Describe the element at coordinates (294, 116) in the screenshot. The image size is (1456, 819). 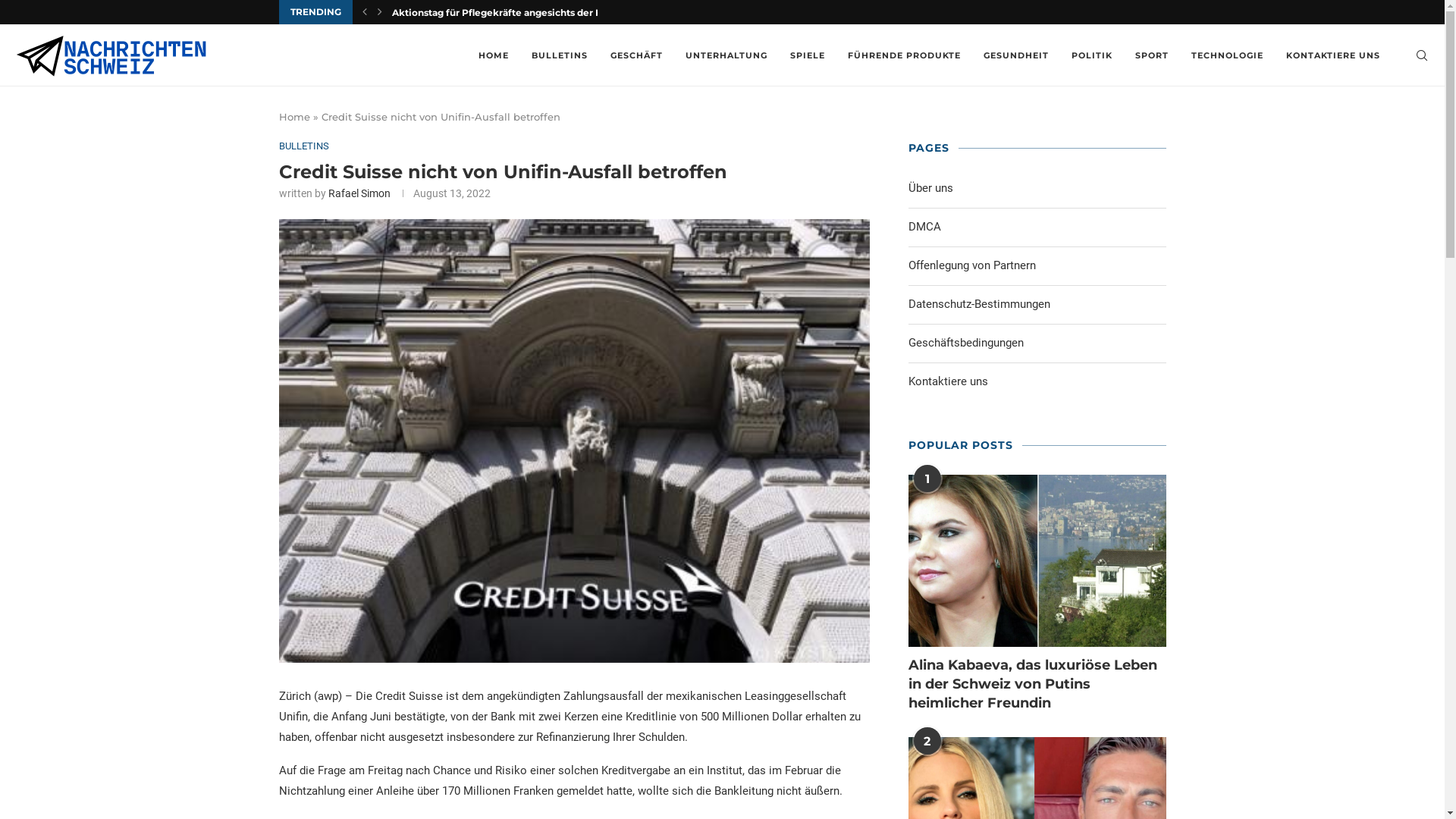
I see `'Home'` at that location.